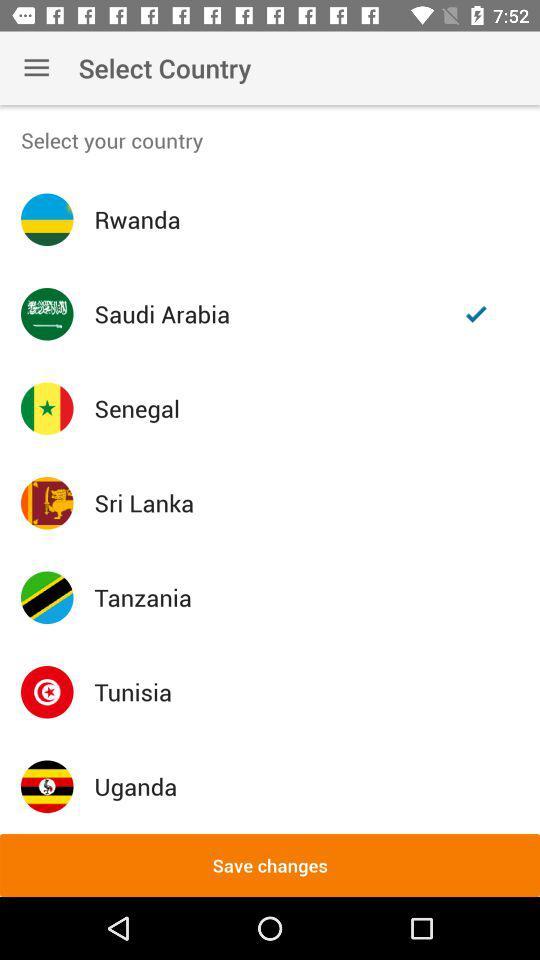 This screenshot has width=540, height=960. Describe the element at coordinates (36, 68) in the screenshot. I see `the app to the left of select country app` at that location.